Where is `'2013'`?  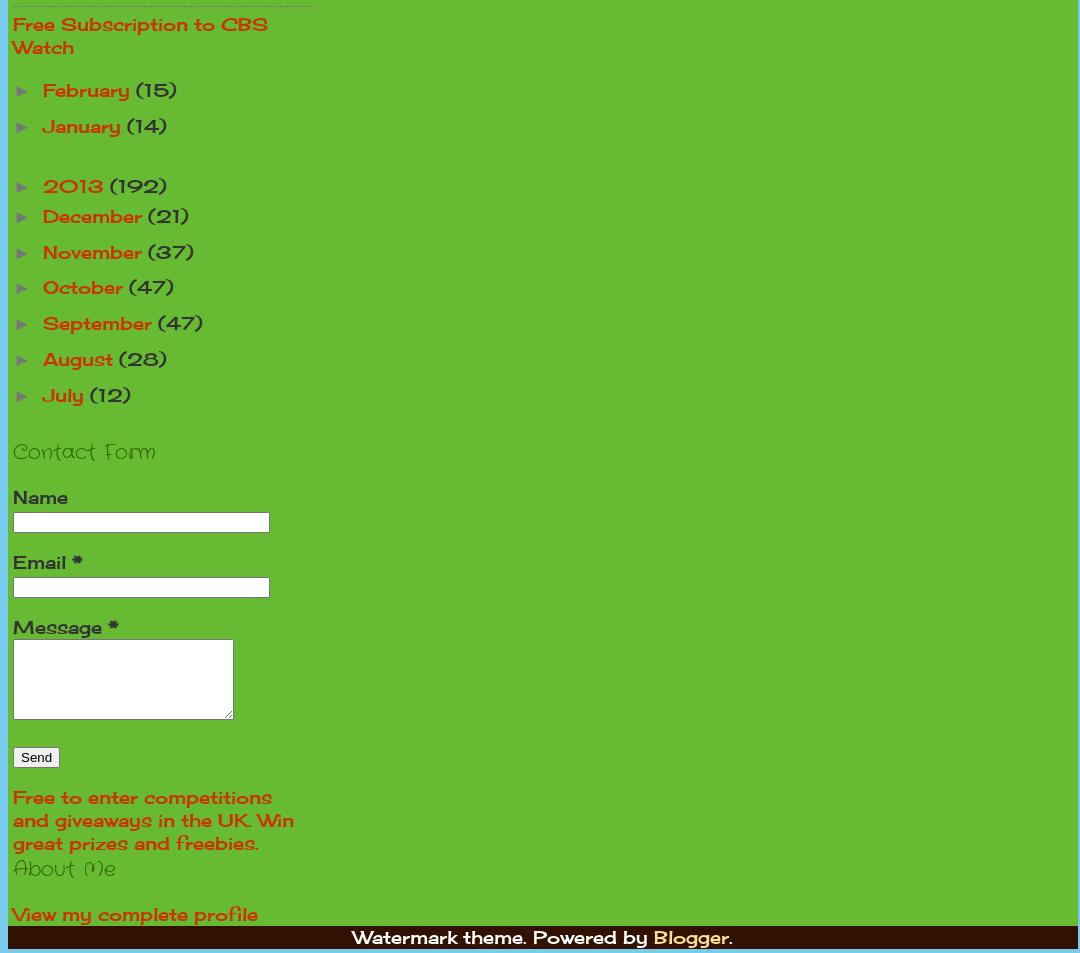
'2013' is located at coordinates (75, 185).